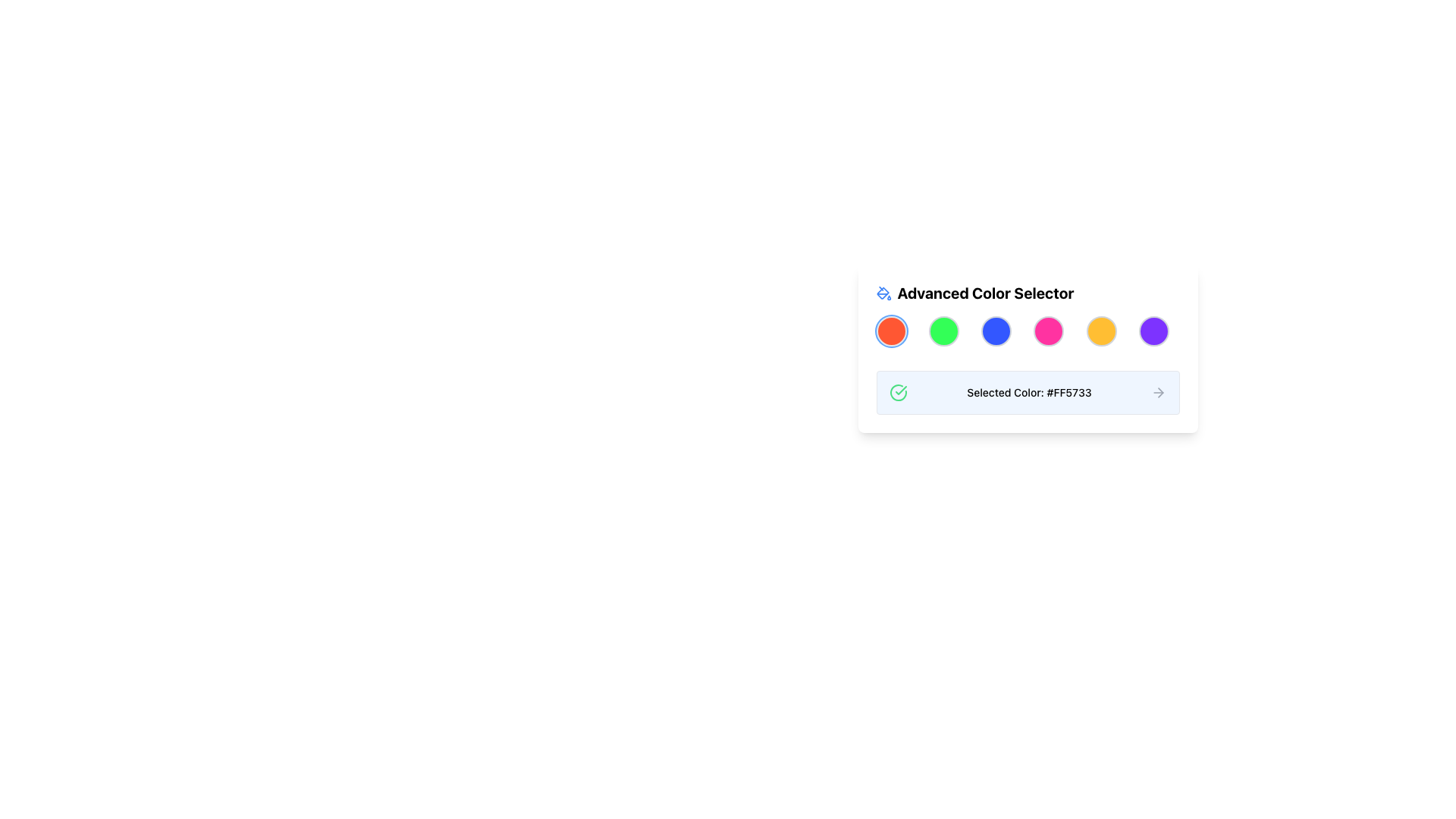 This screenshot has height=819, width=1456. Describe the element at coordinates (883, 293) in the screenshot. I see `the decorative icon for the color selection tool located in the top left corner of the 'Advanced Color Selector' header` at that location.